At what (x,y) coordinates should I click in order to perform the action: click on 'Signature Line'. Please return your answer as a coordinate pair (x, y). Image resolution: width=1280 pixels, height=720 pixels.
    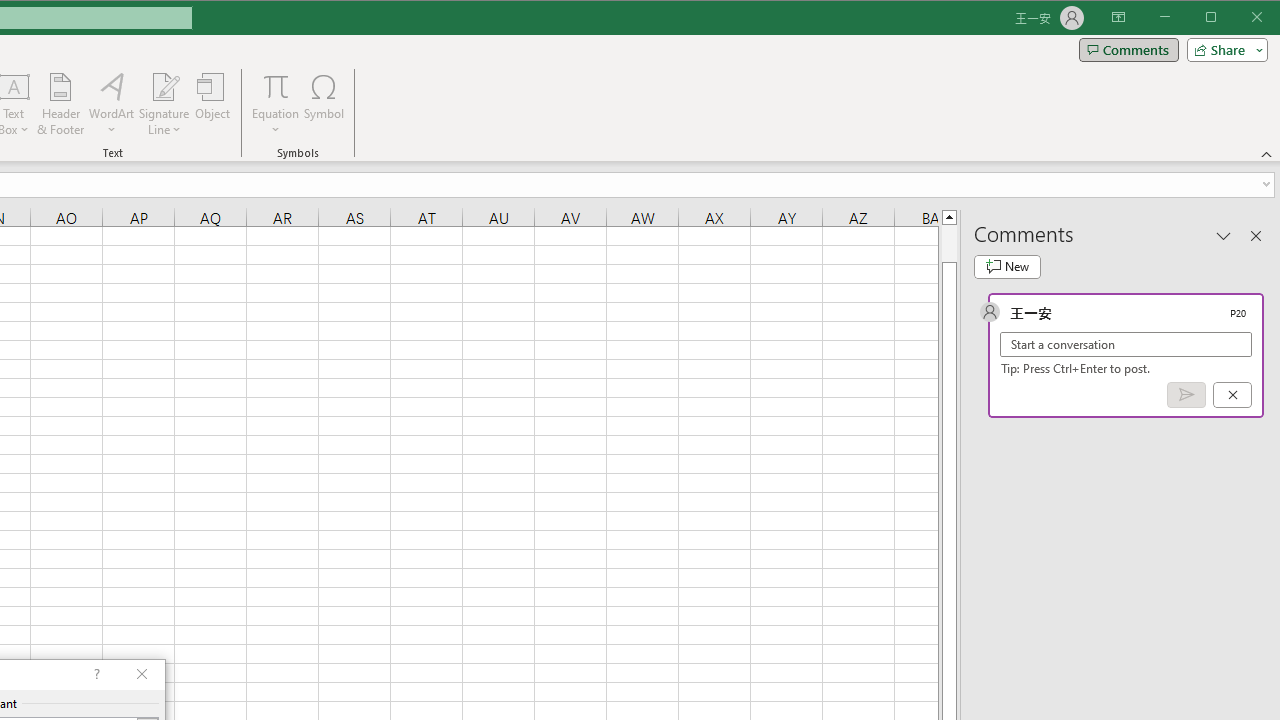
    Looking at the image, I should click on (164, 104).